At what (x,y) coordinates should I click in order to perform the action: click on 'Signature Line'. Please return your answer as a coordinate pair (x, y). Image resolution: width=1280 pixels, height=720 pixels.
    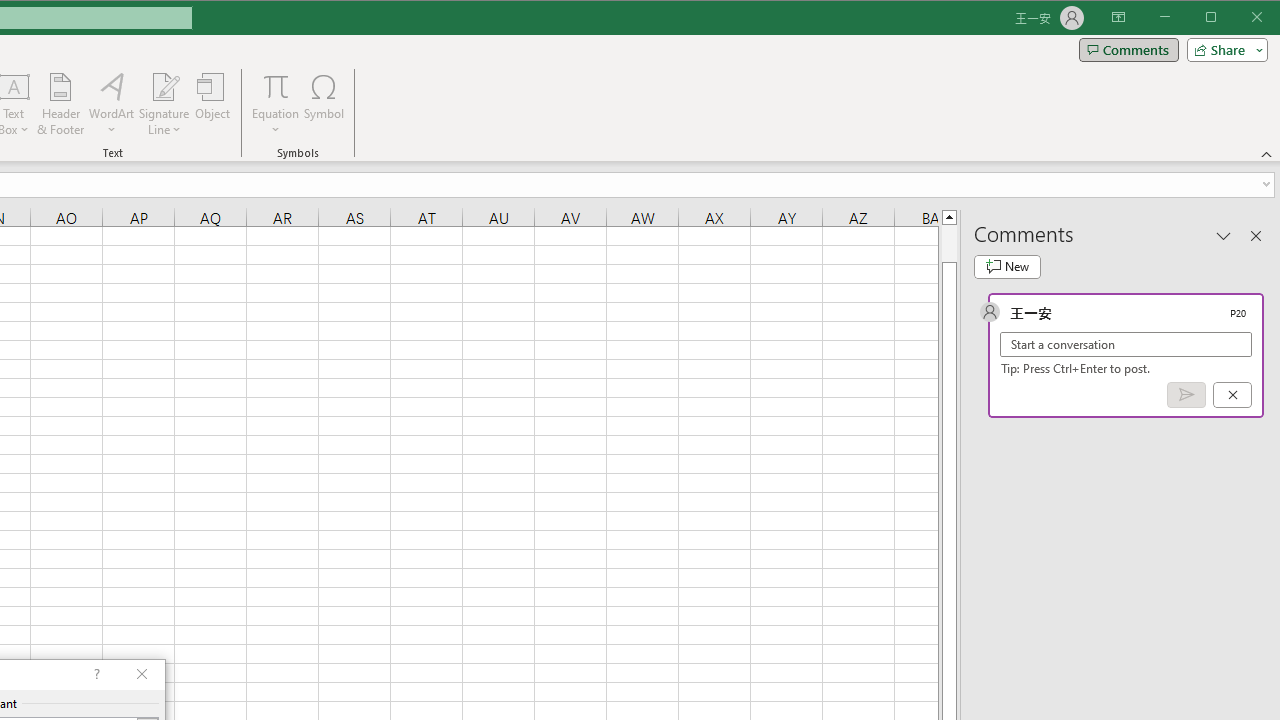
    Looking at the image, I should click on (164, 104).